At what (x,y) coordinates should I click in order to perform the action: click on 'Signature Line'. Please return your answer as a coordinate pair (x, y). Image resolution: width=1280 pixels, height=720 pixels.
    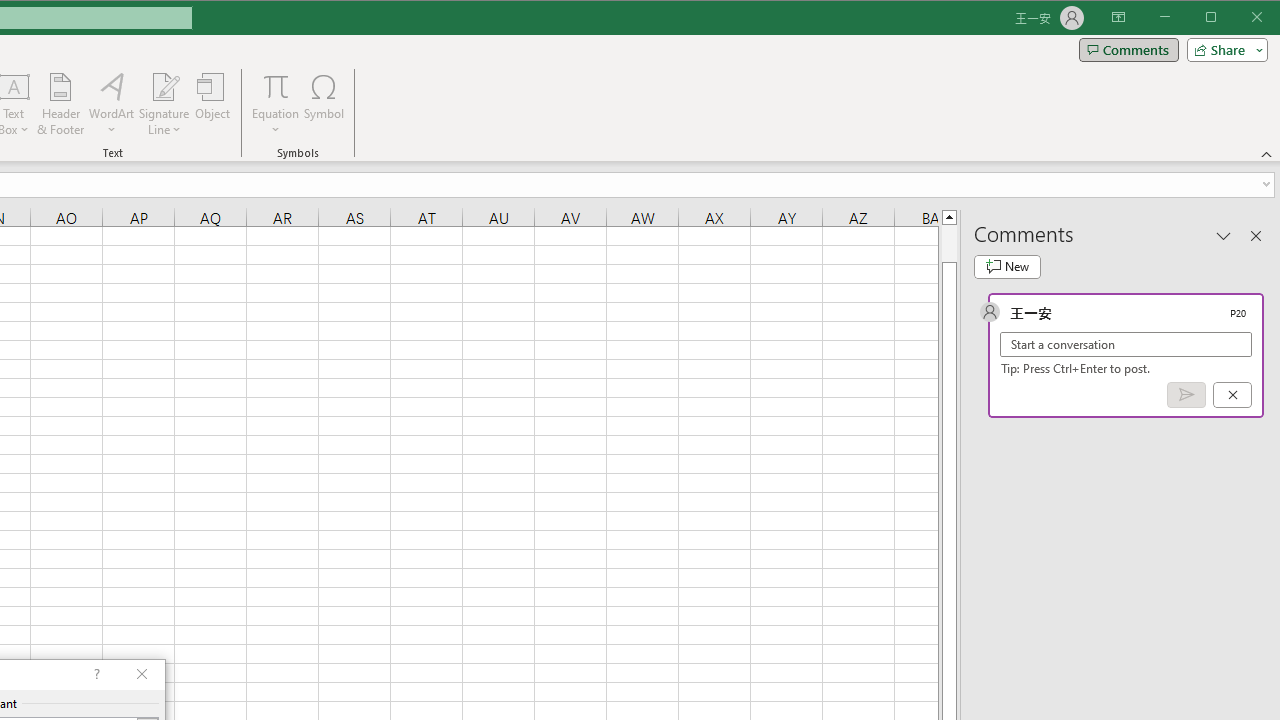
    Looking at the image, I should click on (164, 104).